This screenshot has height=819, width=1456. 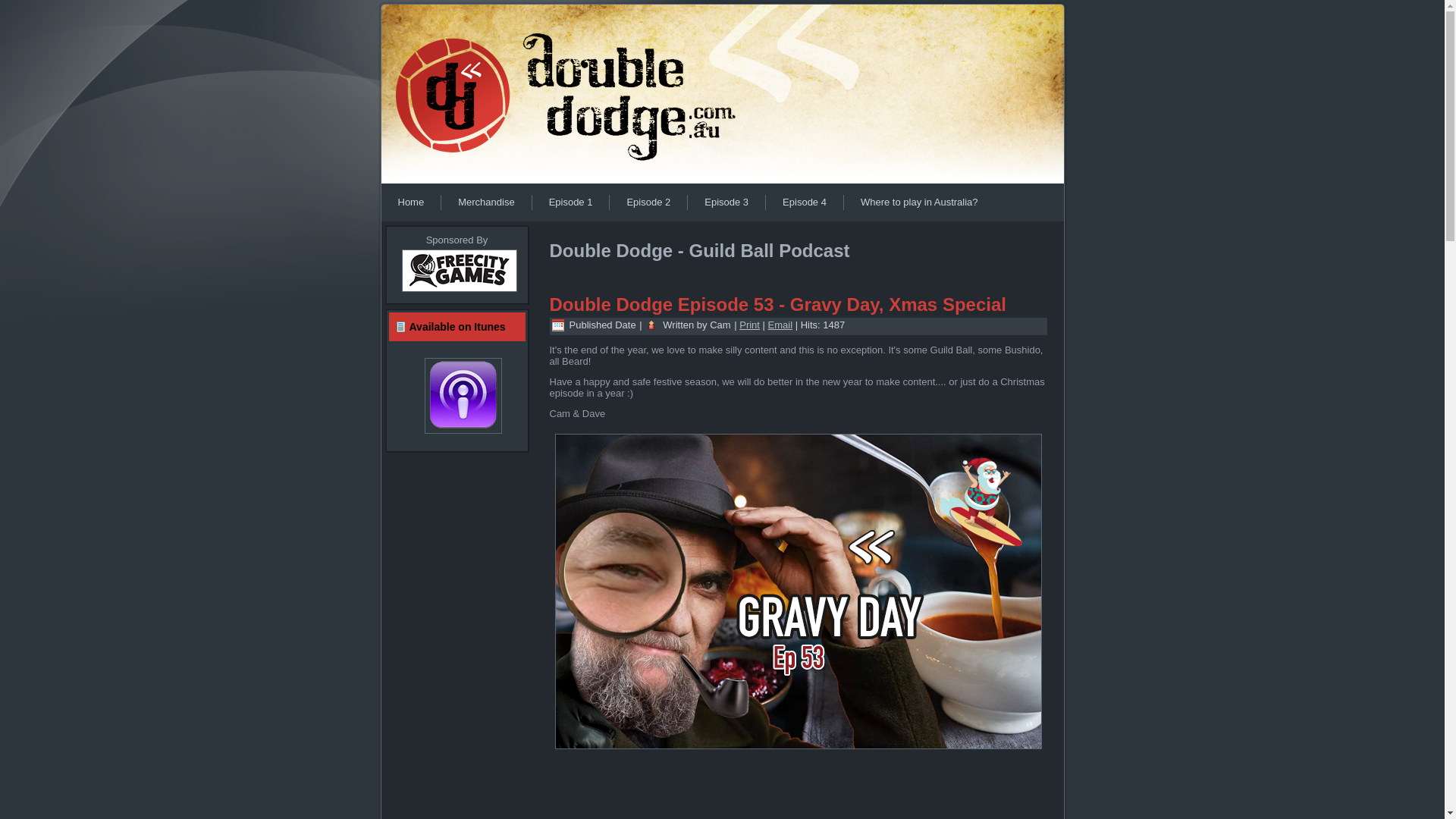 What do you see at coordinates (440, 201) in the screenshot?
I see `'Merchandise'` at bounding box center [440, 201].